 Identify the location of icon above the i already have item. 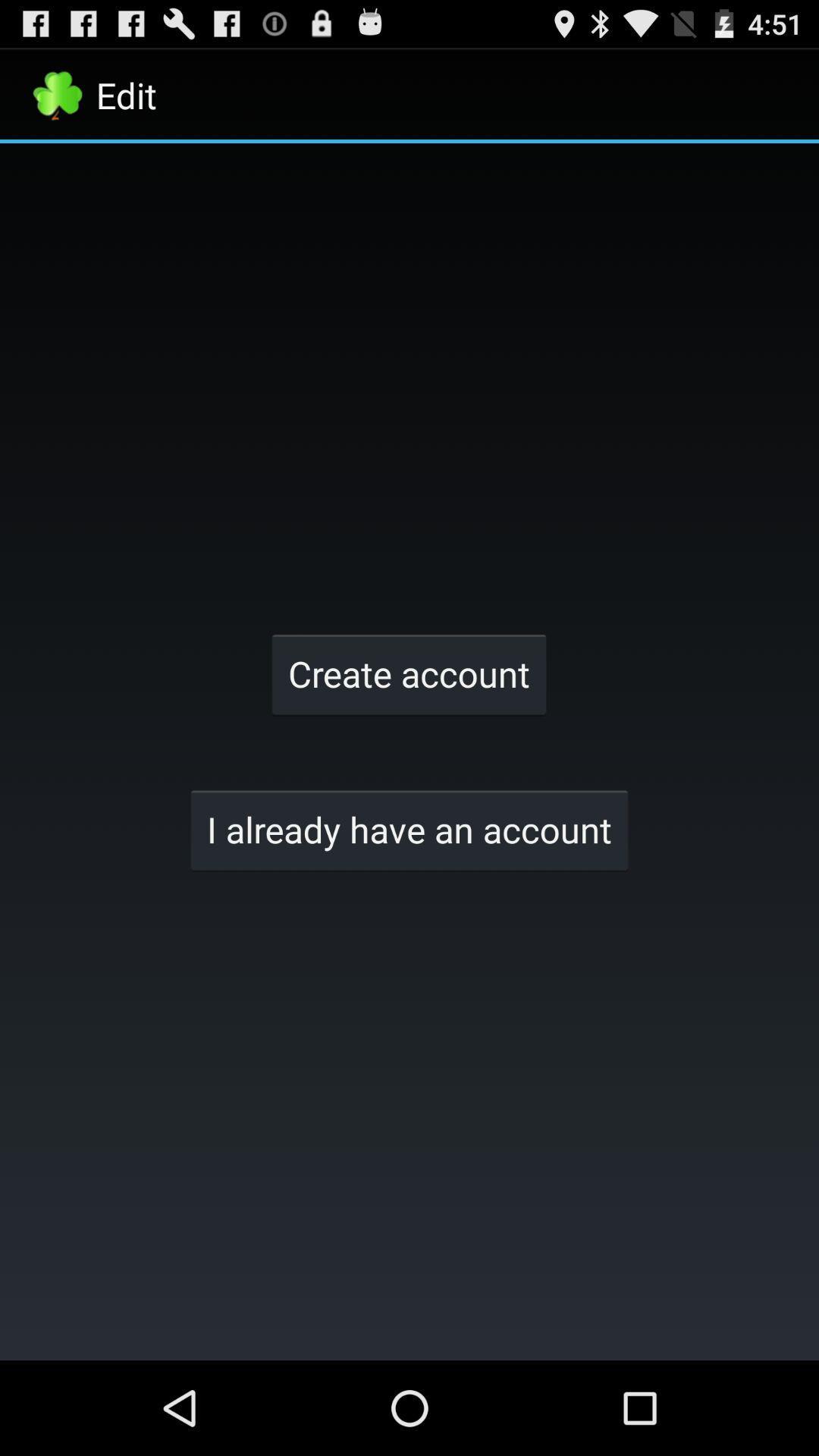
(408, 673).